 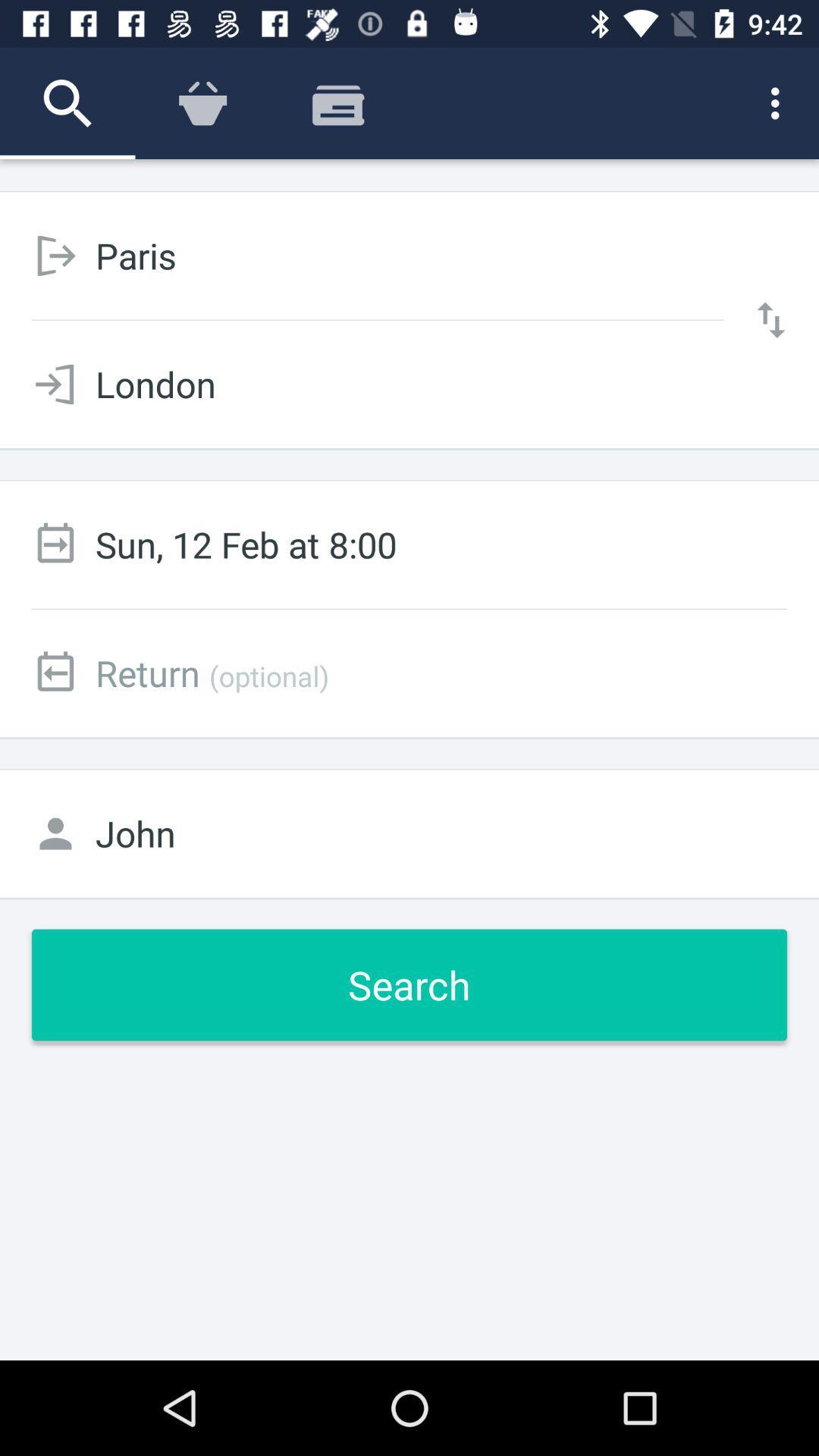 I want to click on the swap icon, so click(x=771, y=319).